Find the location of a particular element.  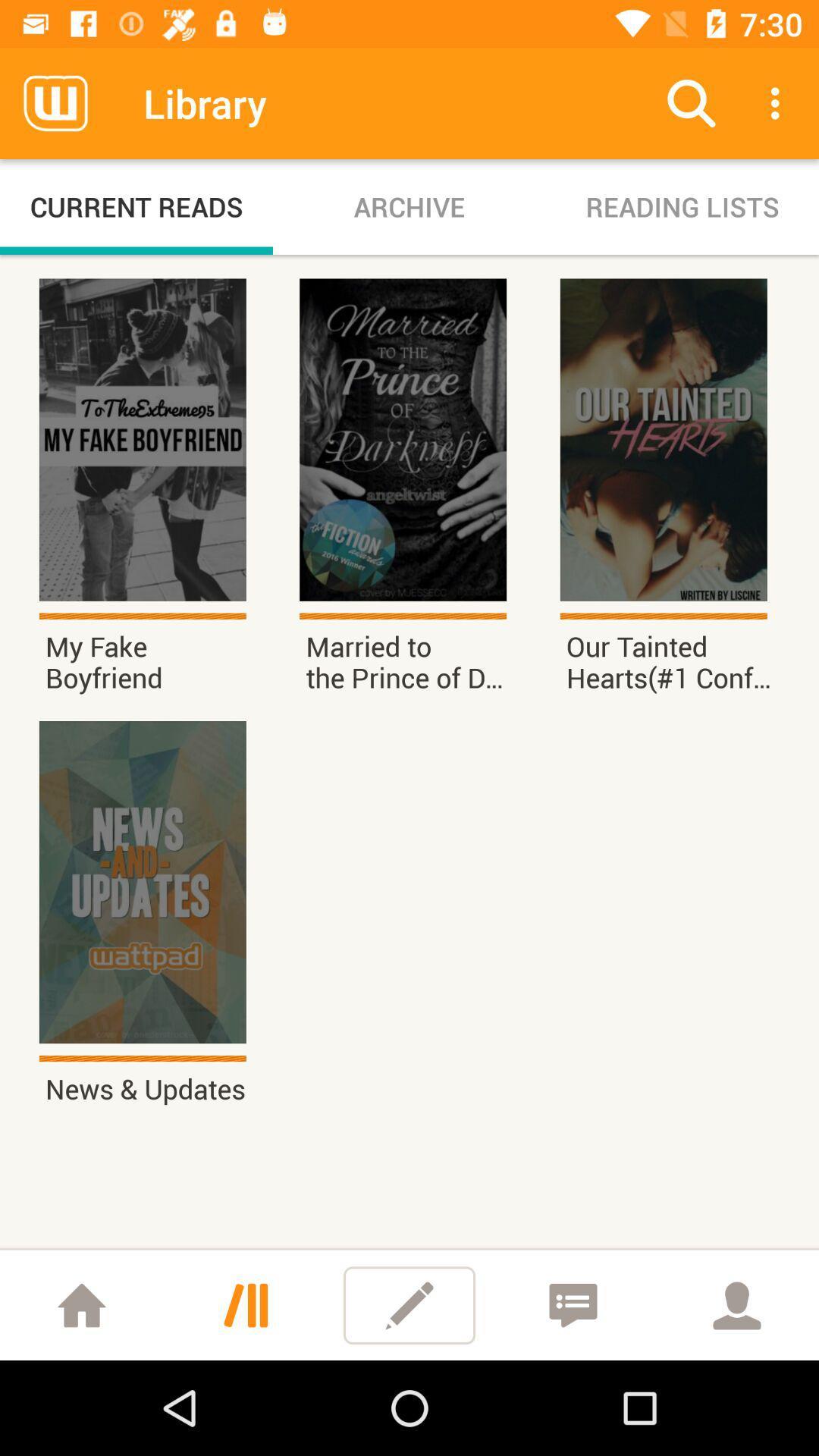

the icon next to archive is located at coordinates (691, 102).